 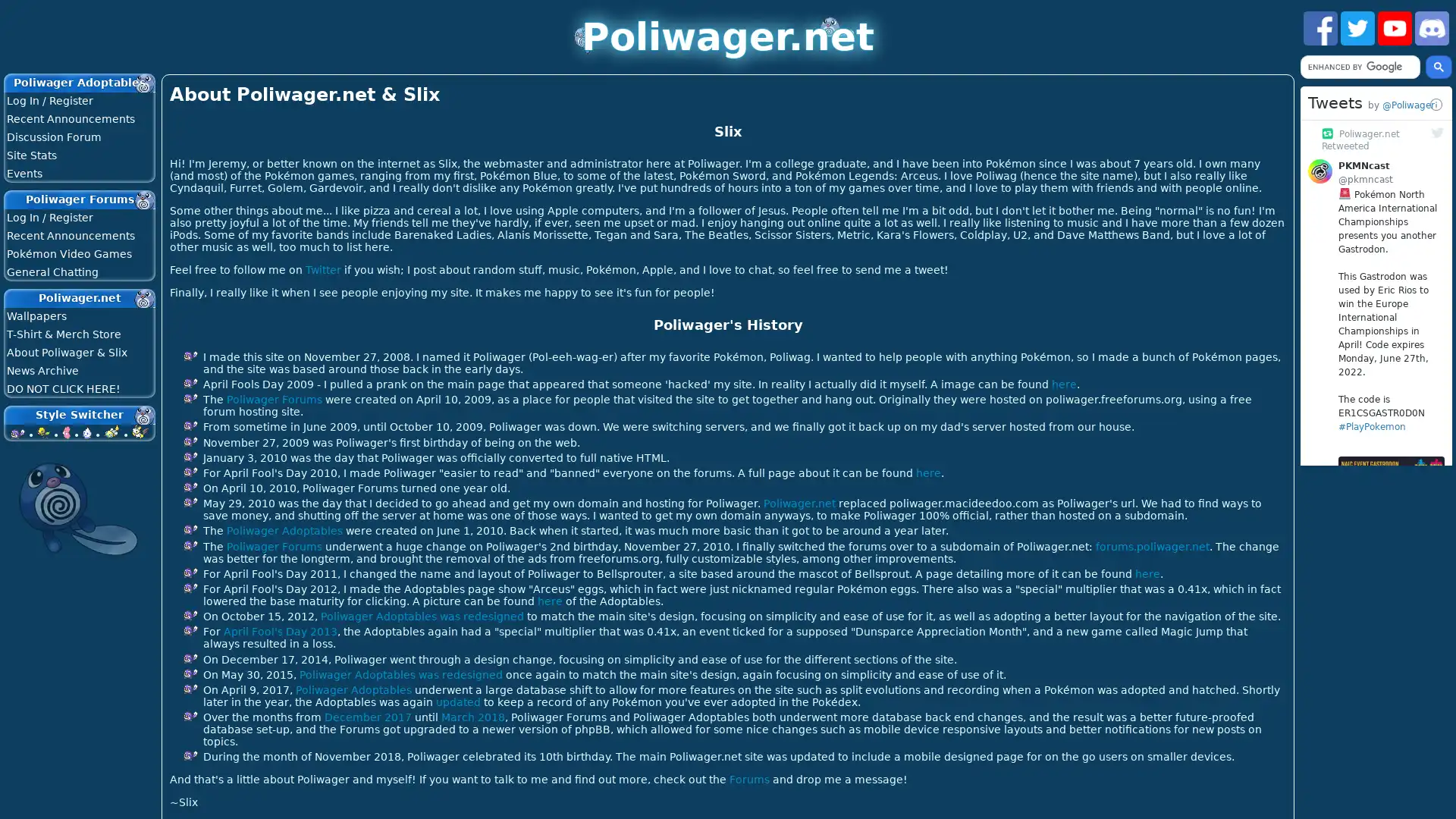 I want to click on search, so click(x=1438, y=66).